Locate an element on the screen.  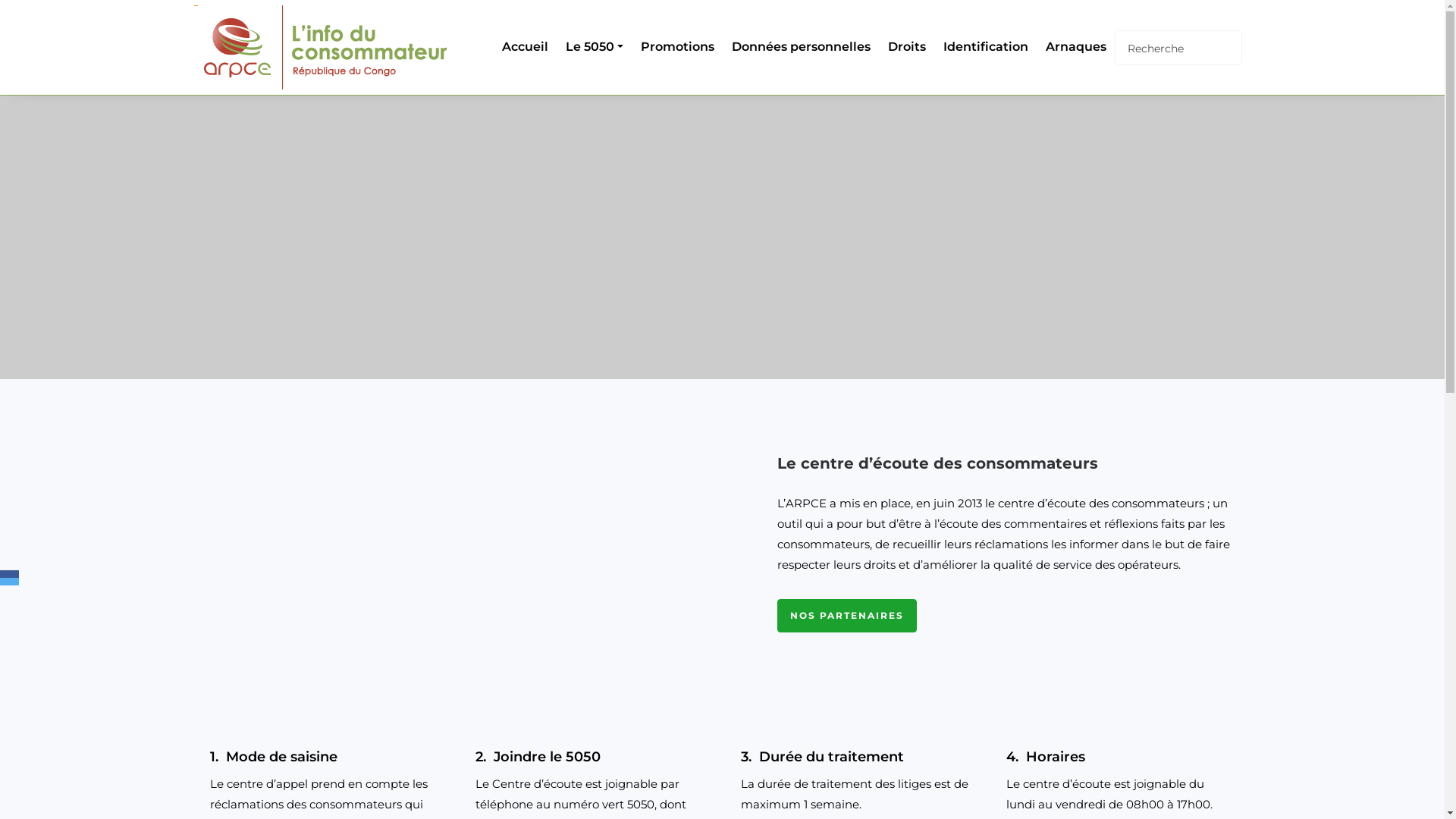
'Droits' is located at coordinates (904, 46).